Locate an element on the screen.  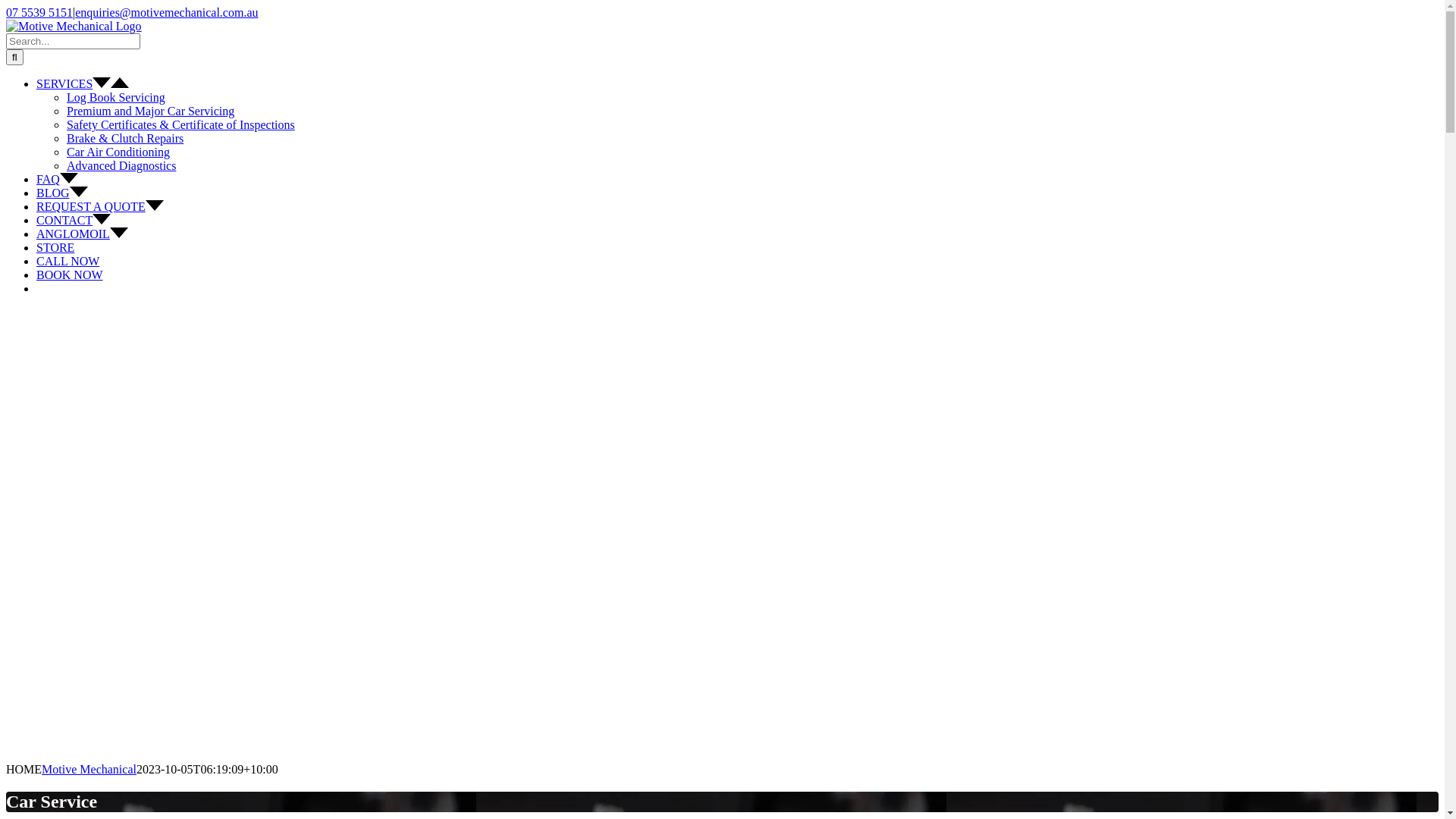
'SERVICES' is located at coordinates (82, 83).